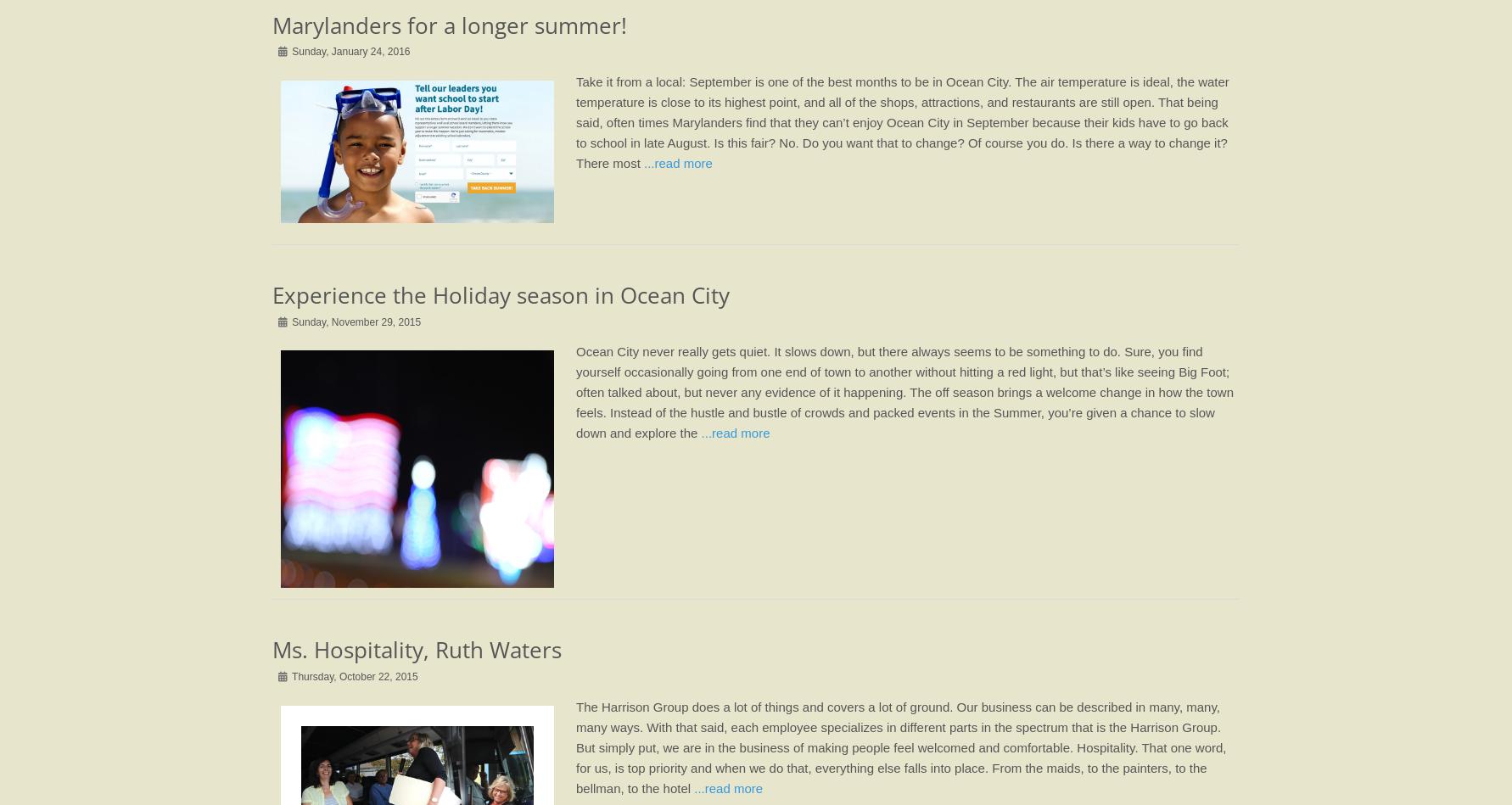 The height and width of the screenshot is (805, 1512). I want to click on 'Marylanders for a longer summer!', so click(448, 25).